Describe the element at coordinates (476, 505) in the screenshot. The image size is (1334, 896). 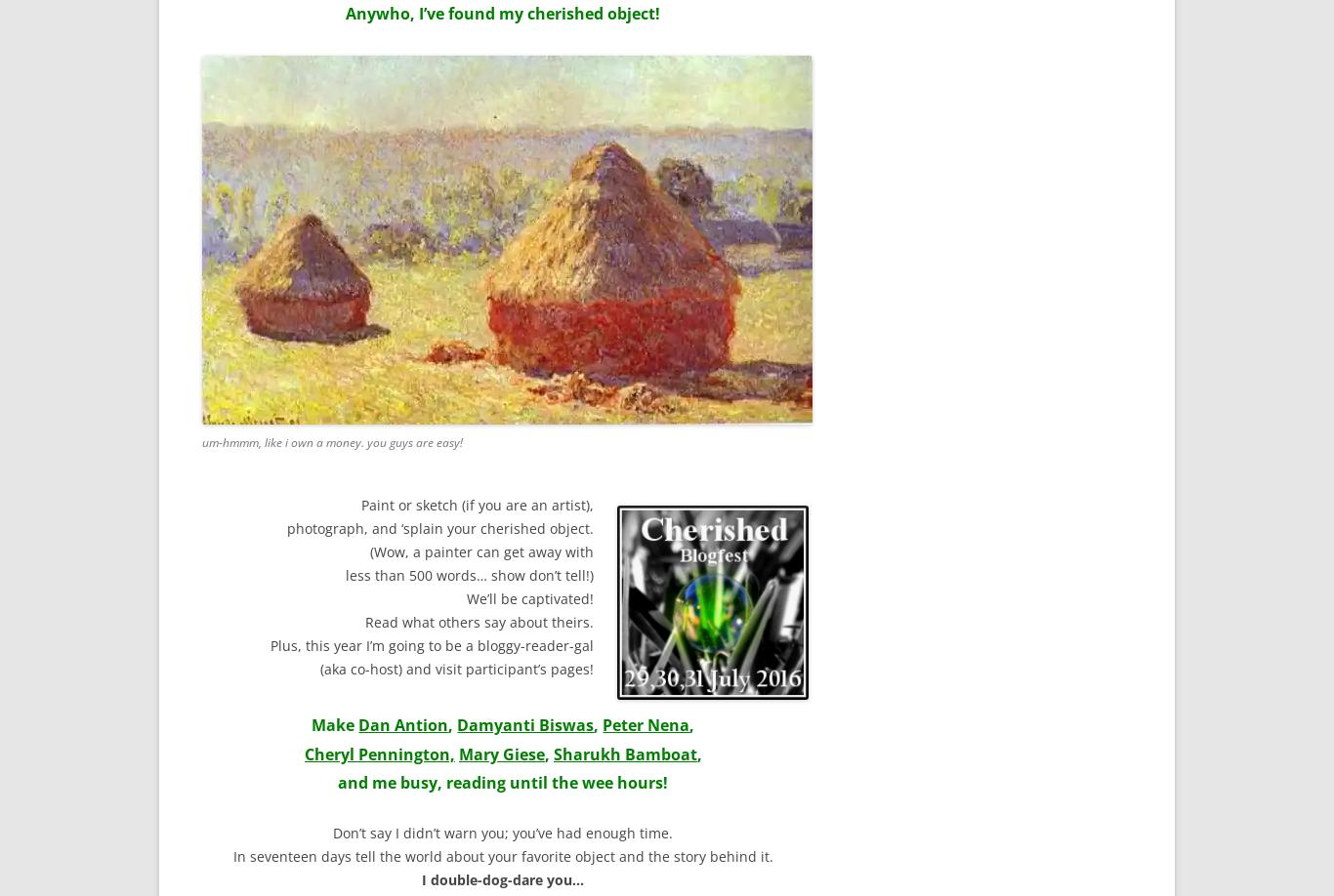
I see `'Paint or sketch (if you are an artist),'` at that location.